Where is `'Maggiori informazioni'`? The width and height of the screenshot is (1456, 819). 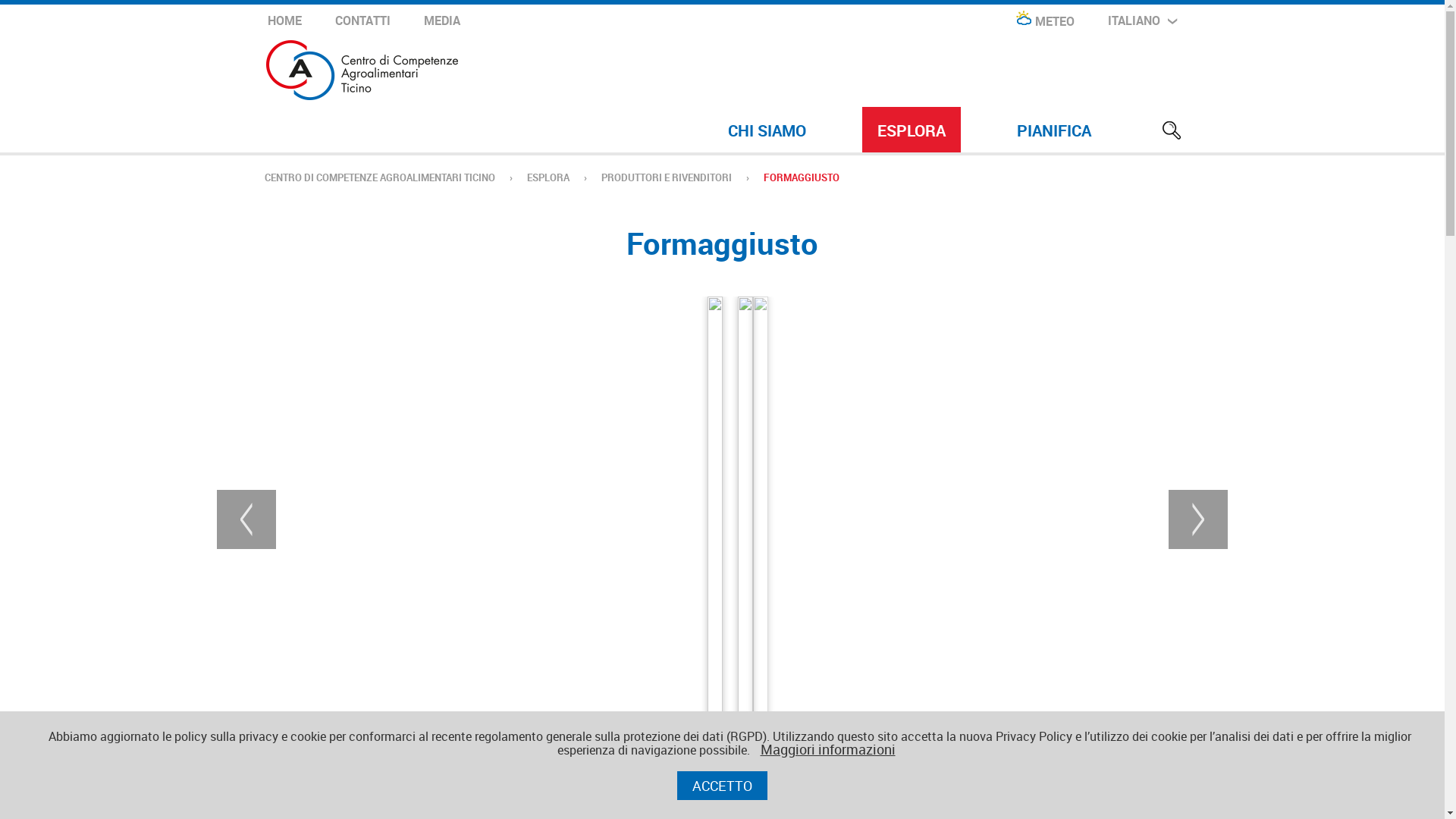 'Maggiori informazioni' is located at coordinates (826, 748).